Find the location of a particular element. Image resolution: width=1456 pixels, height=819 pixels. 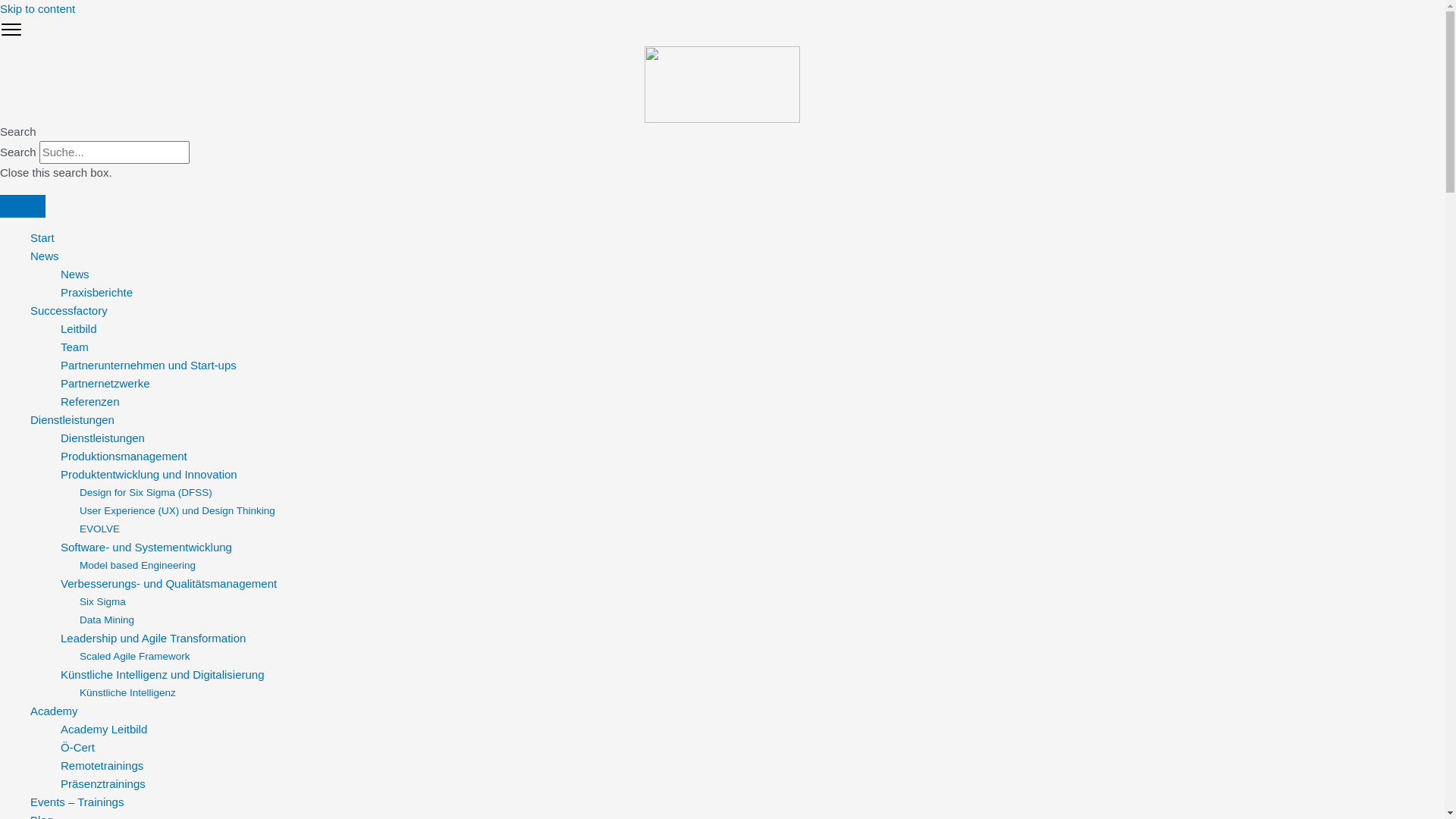

'Start' is located at coordinates (30, 237).